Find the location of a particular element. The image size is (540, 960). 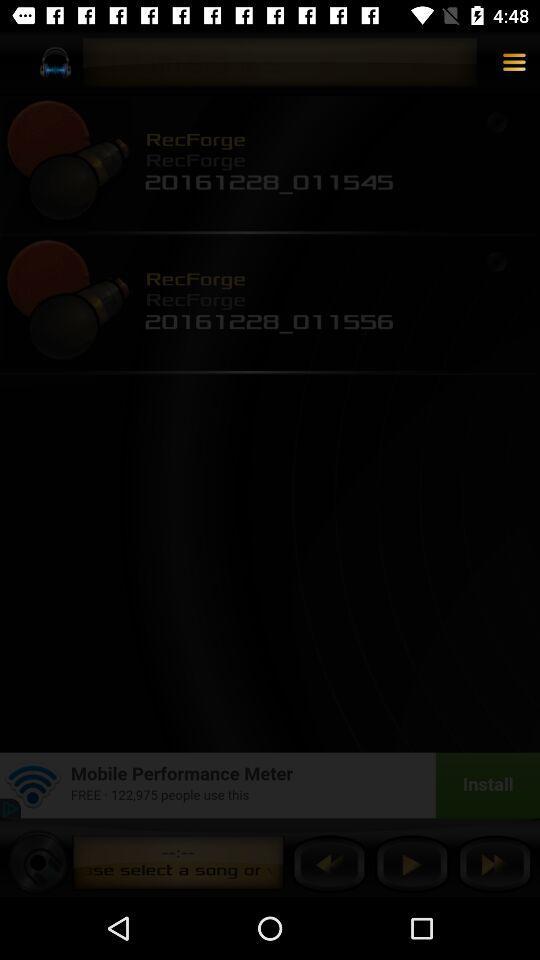

the icon on top left is located at coordinates (55, 62).